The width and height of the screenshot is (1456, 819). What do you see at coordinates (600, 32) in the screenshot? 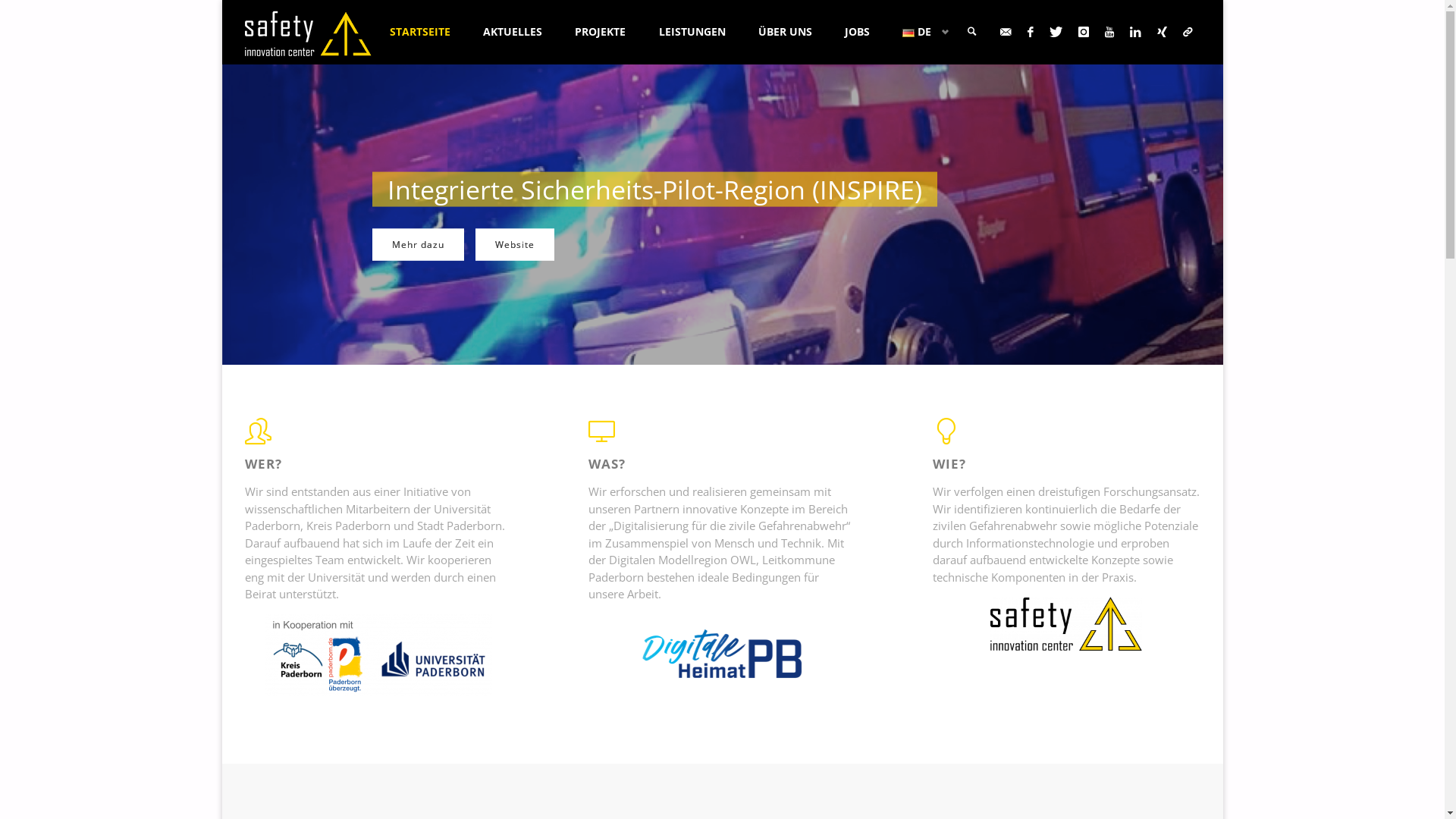
I see `'PROJEKTE'` at bounding box center [600, 32].